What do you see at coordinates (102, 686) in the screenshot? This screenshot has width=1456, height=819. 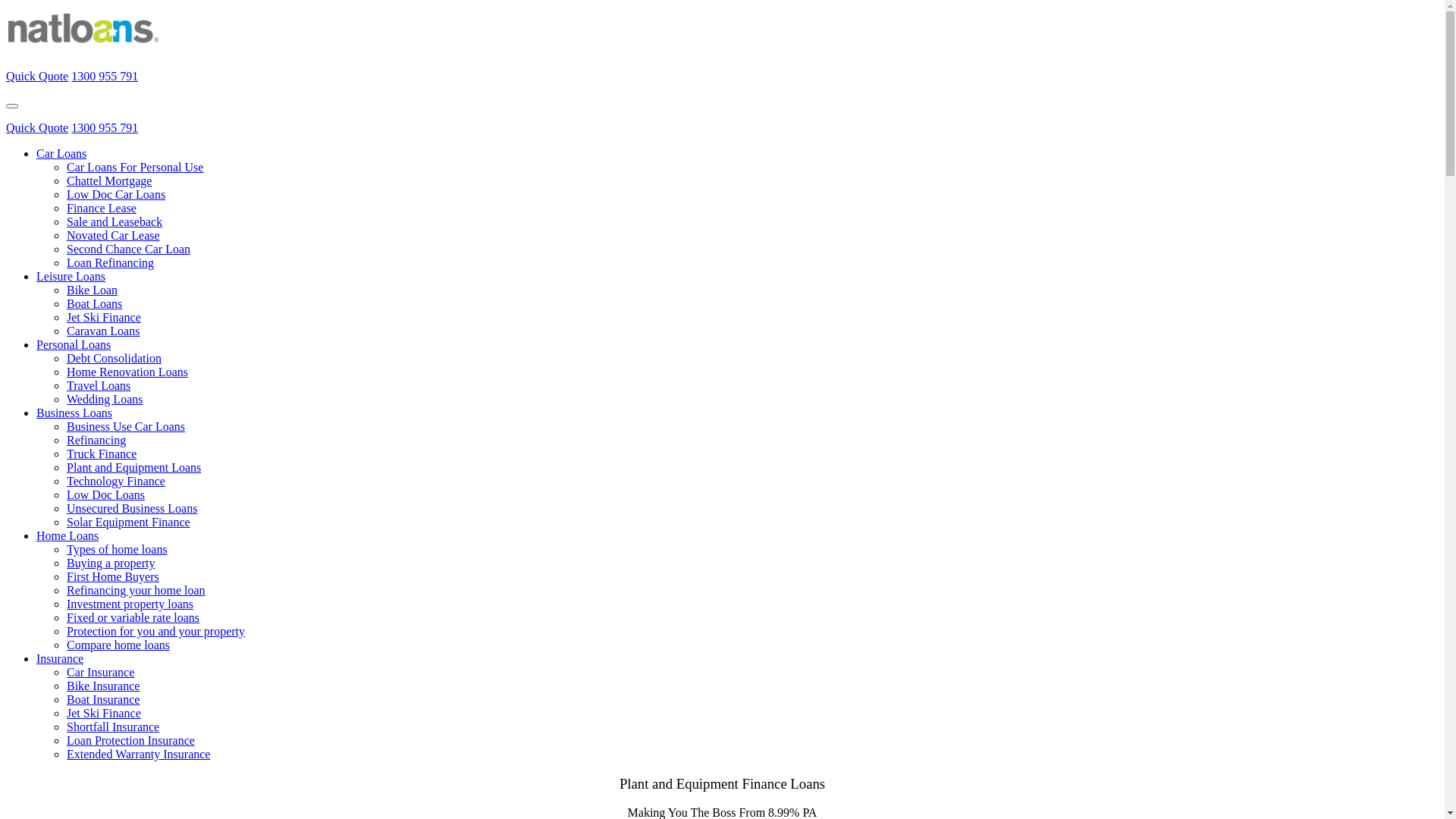 I see `'Bike Insurance'` at bounding box center [102, 686].